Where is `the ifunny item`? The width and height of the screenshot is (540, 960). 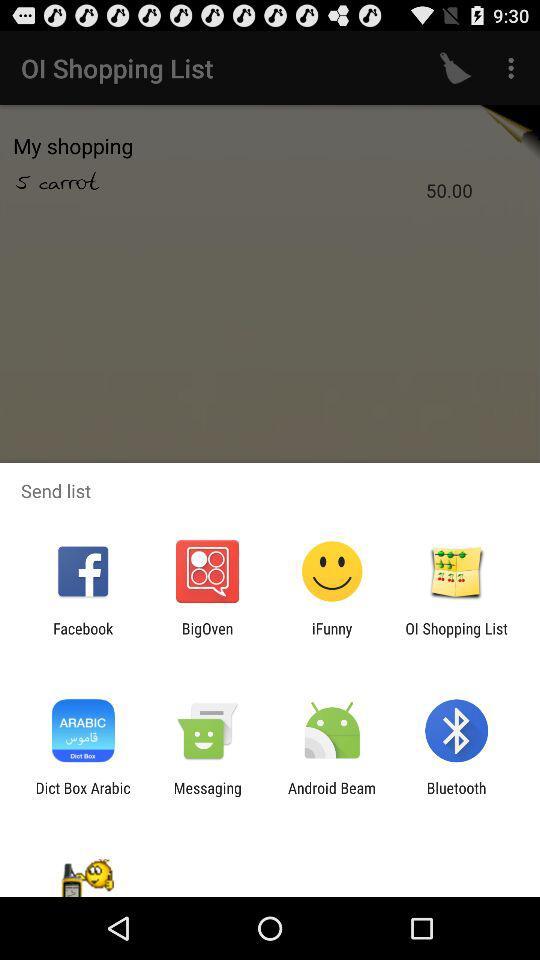
the ifunny item is located at coordinates (332, 636).